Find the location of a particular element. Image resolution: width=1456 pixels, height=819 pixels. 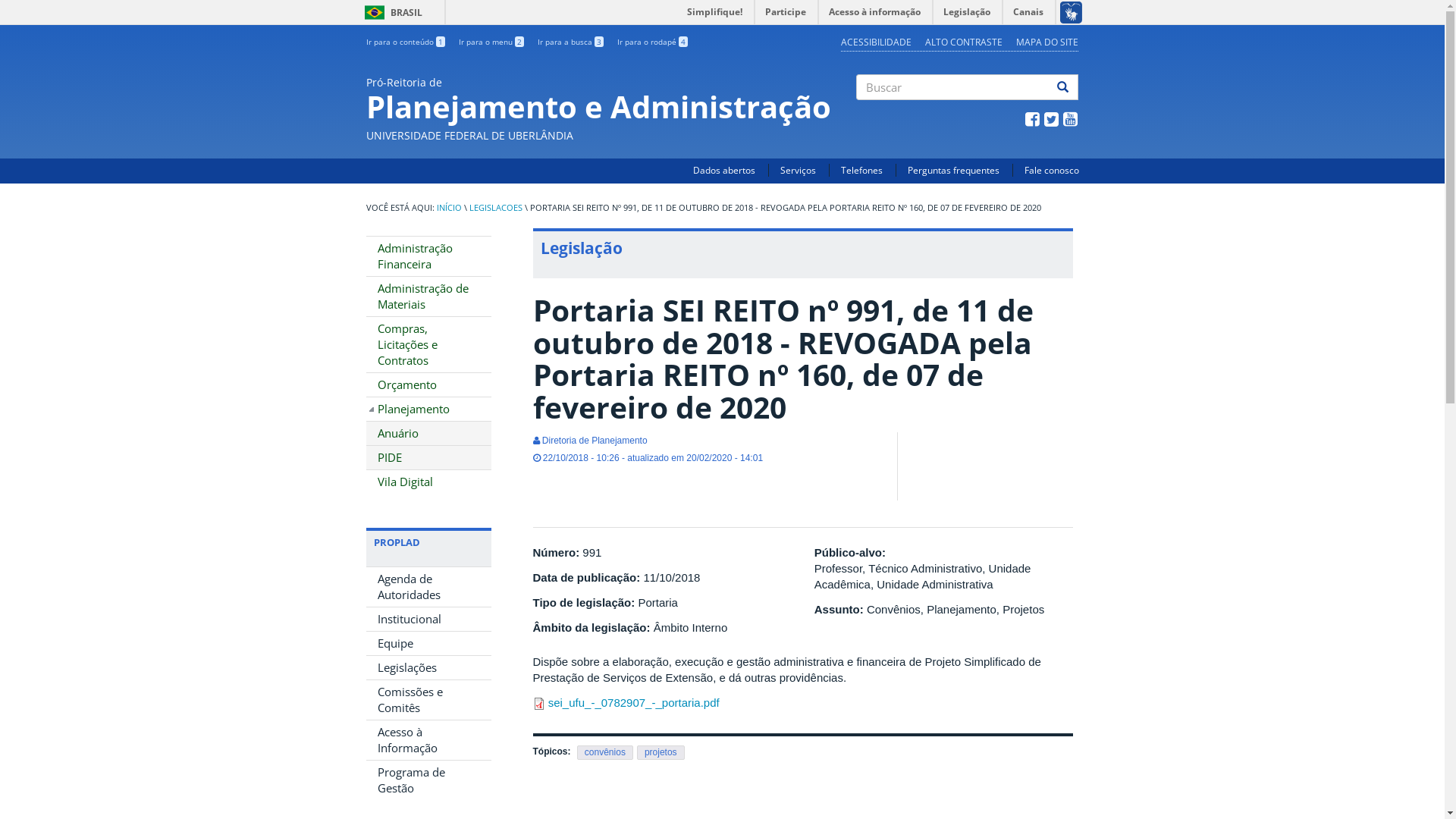

'Planejamento' is located at coordinates (365, 408).